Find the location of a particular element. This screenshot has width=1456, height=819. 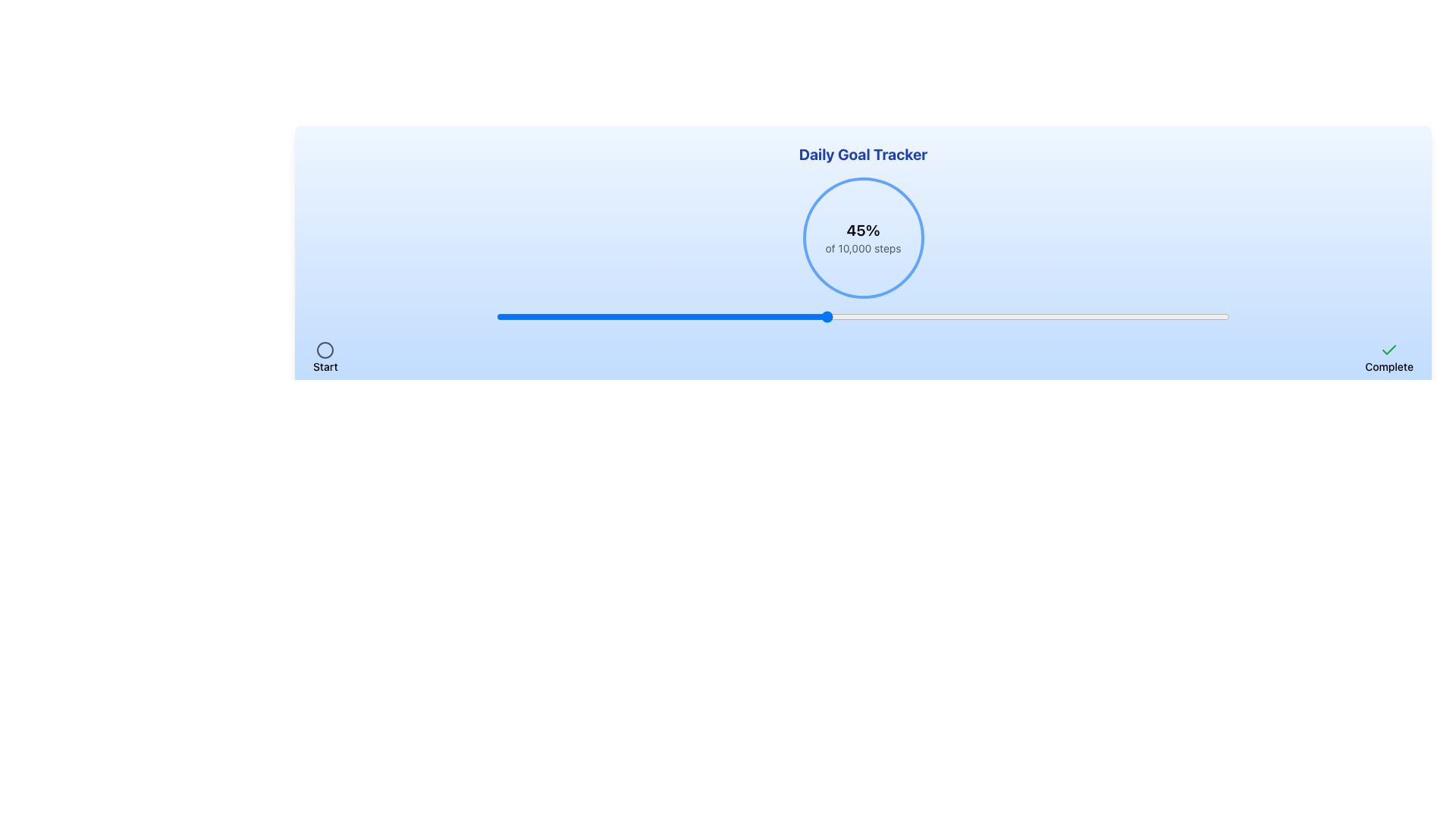

the status indicator element located at the bottom-right of the interface, which combines a label and a checkmark icon to indicate task completion is located at coordinates (1389, 357).